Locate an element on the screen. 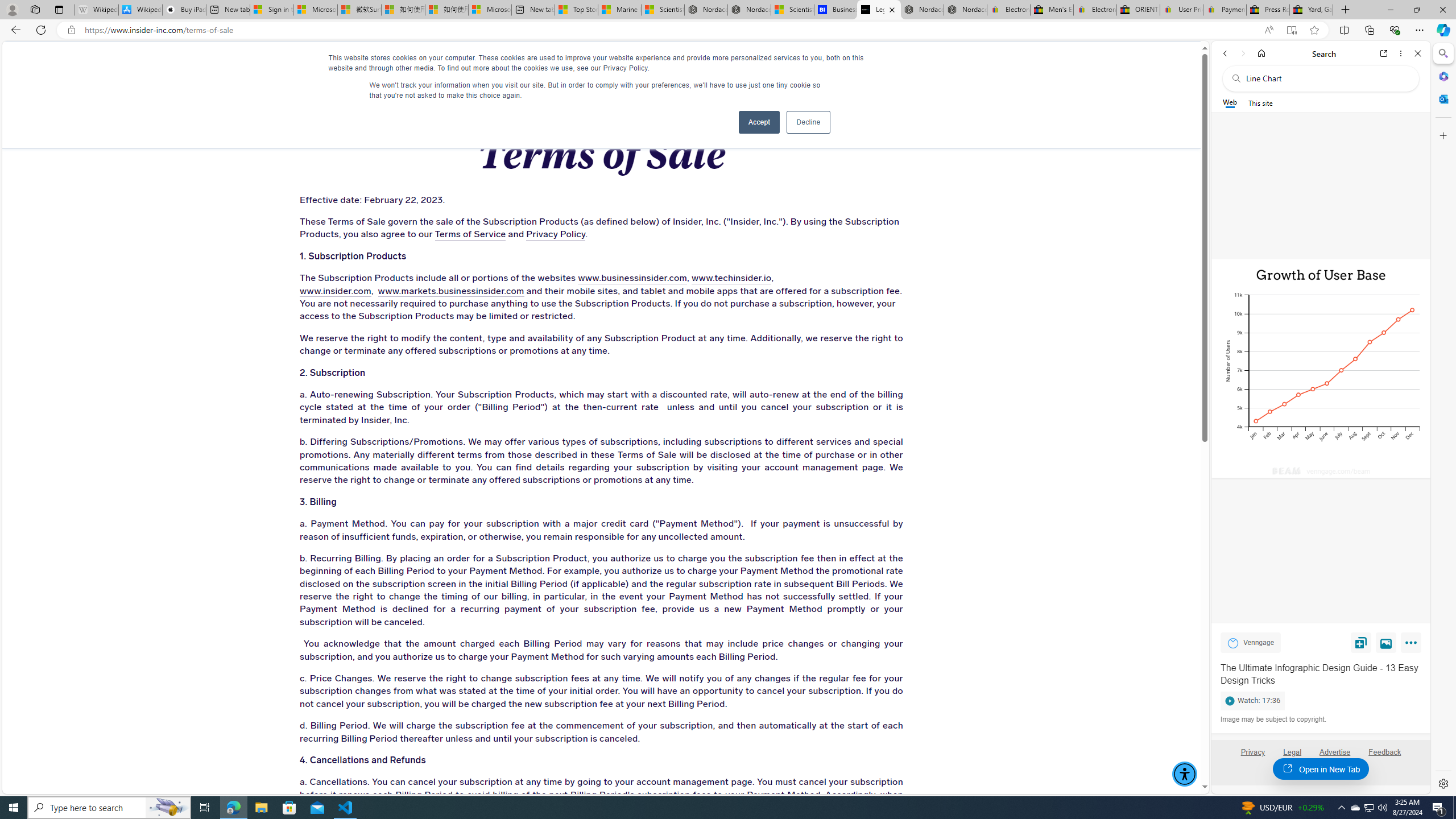 This screenshot has height=819, width=1456. 'User Privacy Notice | eBay' is located at coordinates (1181, 9).